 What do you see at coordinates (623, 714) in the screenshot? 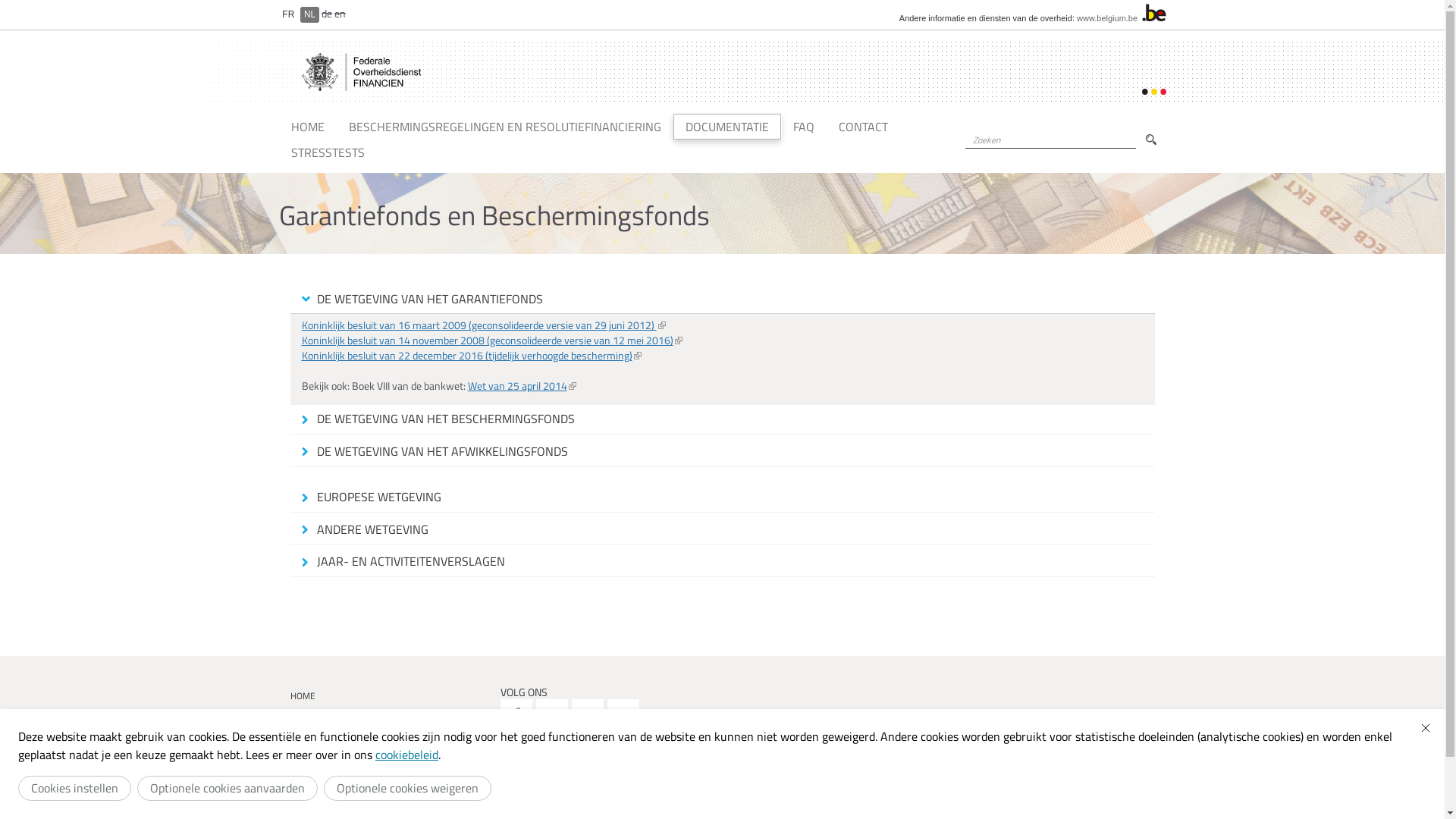
I see `'LinkedIn'` at bounding box center [623, 714].